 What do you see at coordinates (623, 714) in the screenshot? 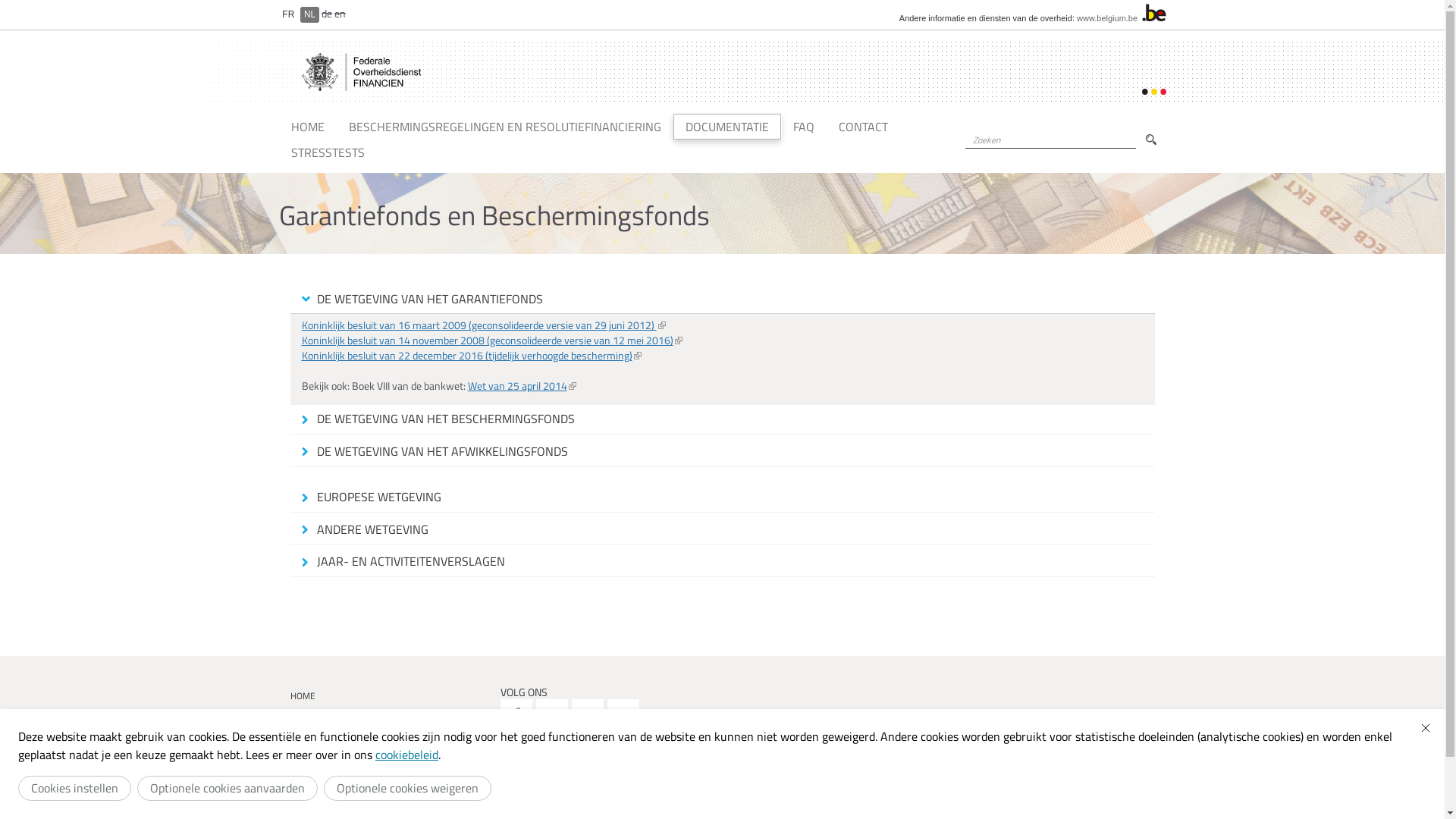
I see `'LinkedIn'` at bounding box center [623, 714].